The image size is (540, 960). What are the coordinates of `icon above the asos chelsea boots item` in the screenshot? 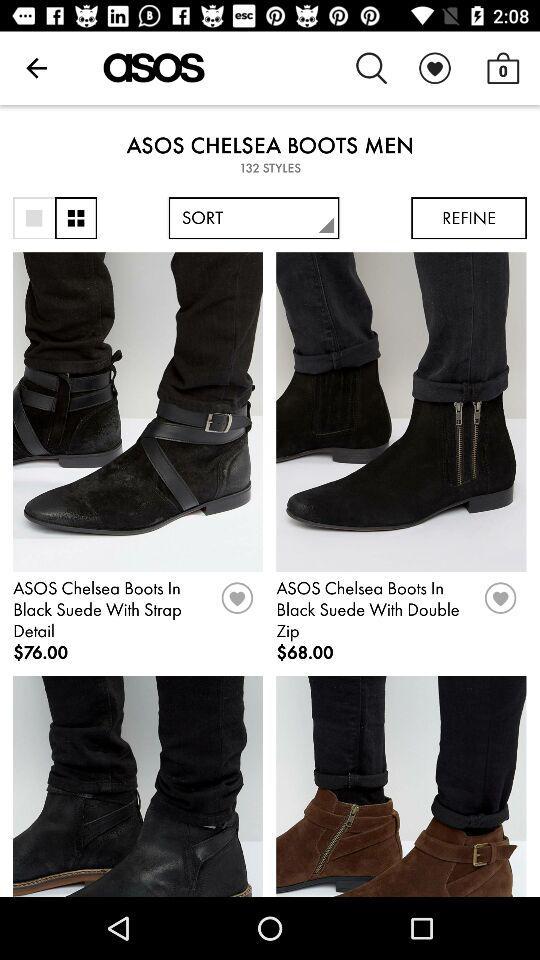 It's located at (372, 68).